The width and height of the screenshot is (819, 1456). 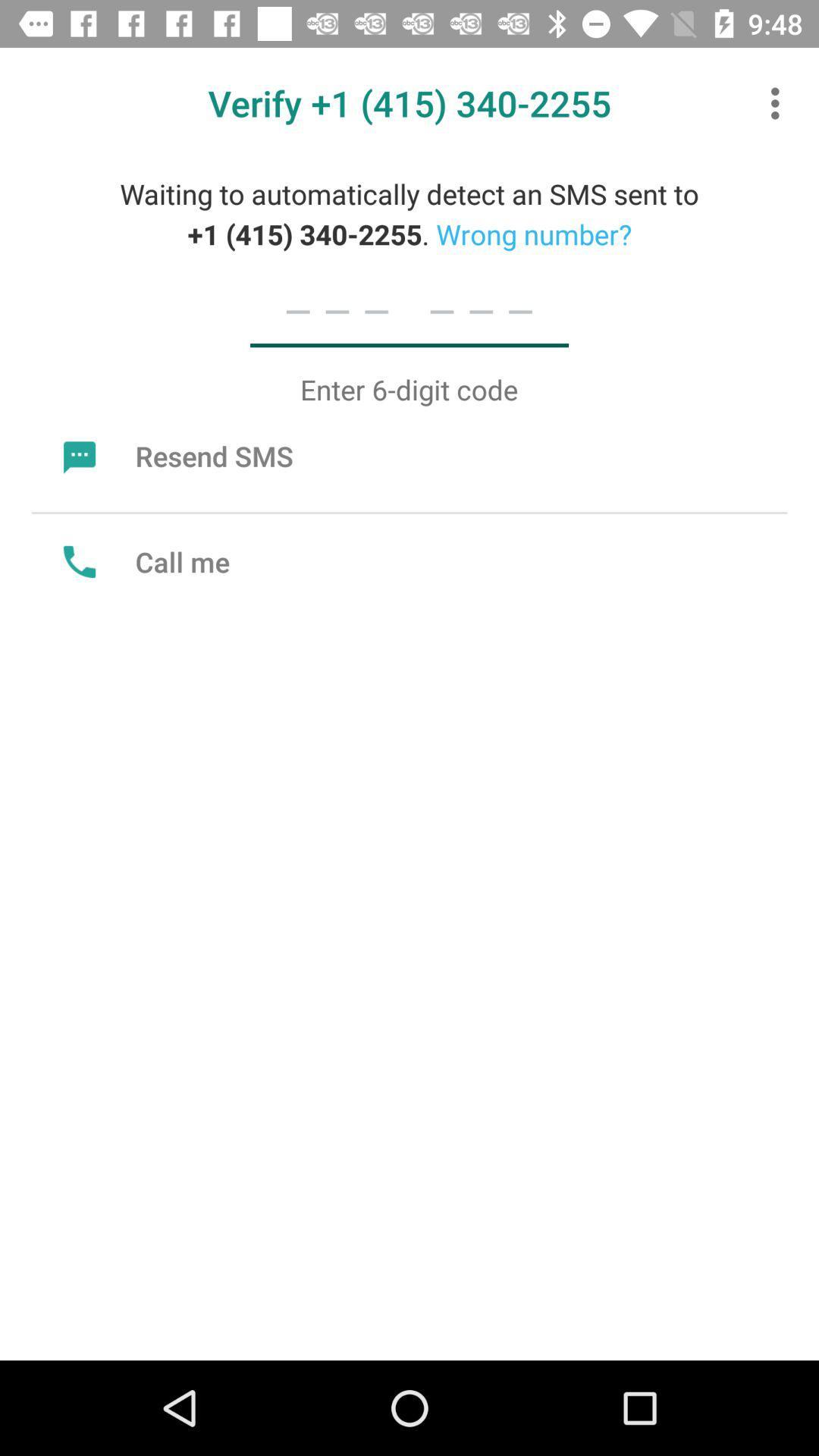 I want to click on call me on the left, so click(x=143, y=560).